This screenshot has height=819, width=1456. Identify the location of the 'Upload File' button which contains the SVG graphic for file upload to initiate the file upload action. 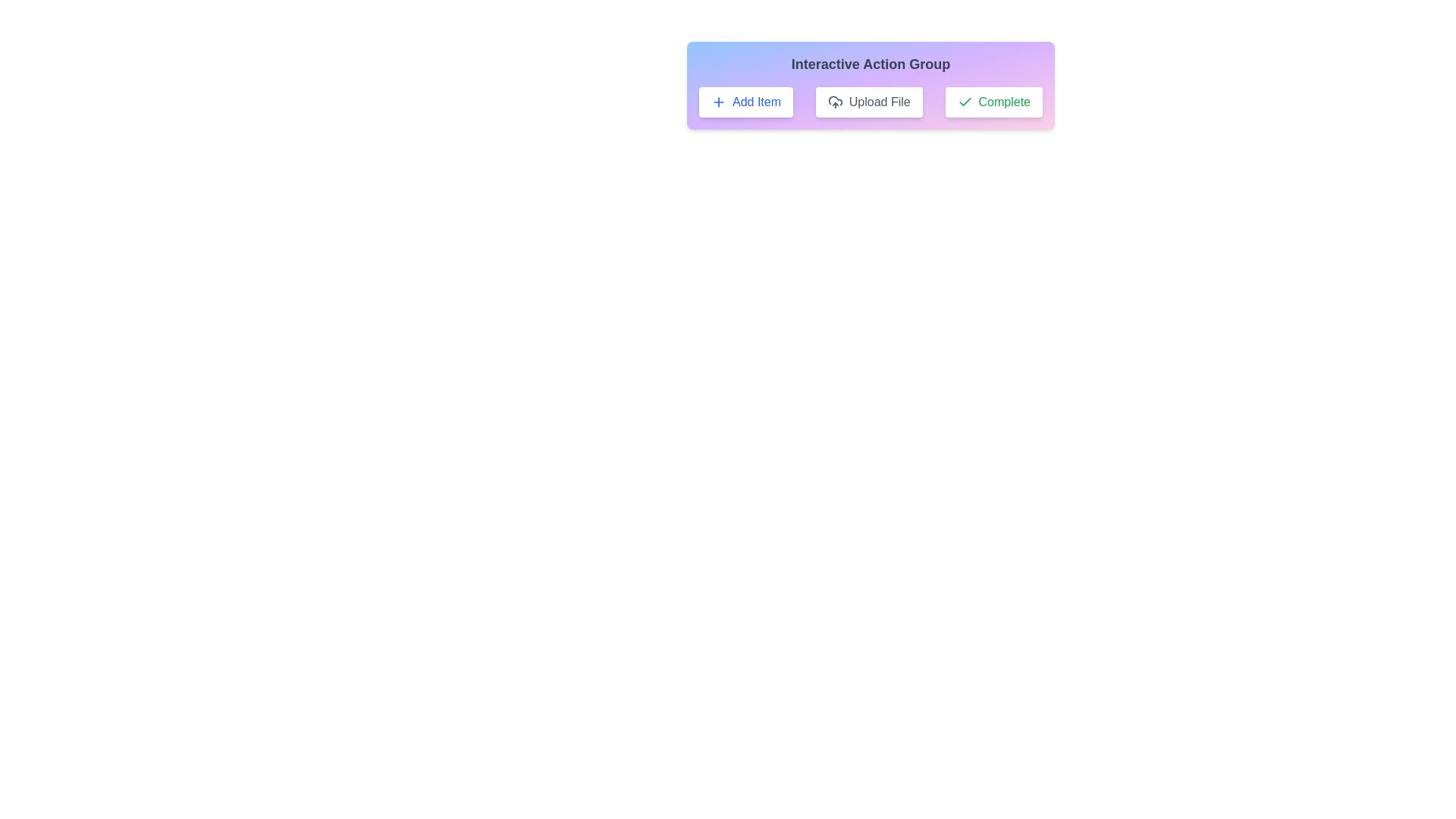
(834, 101).